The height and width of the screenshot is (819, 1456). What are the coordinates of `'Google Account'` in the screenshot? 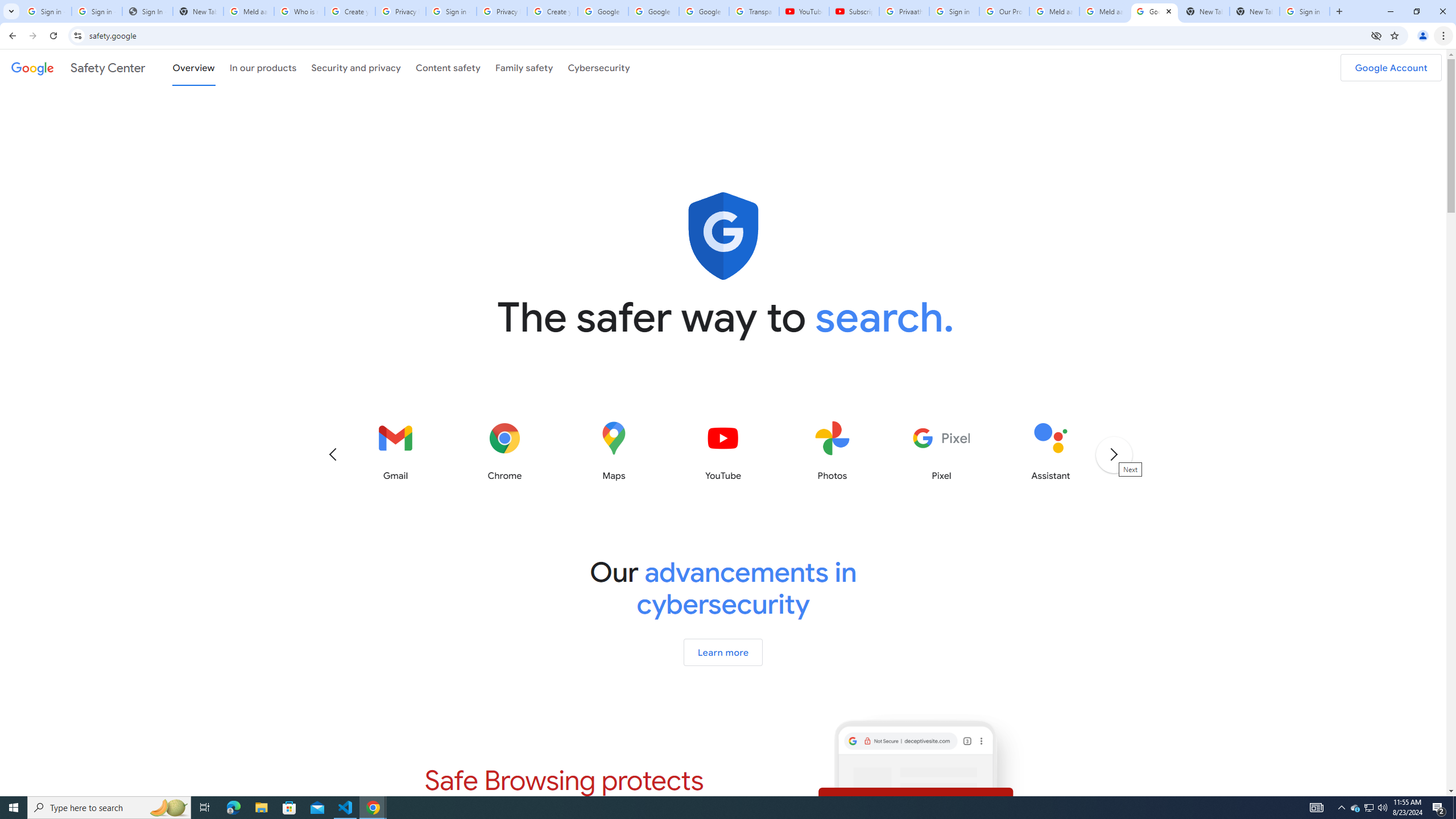 It's located at (1391, 67).